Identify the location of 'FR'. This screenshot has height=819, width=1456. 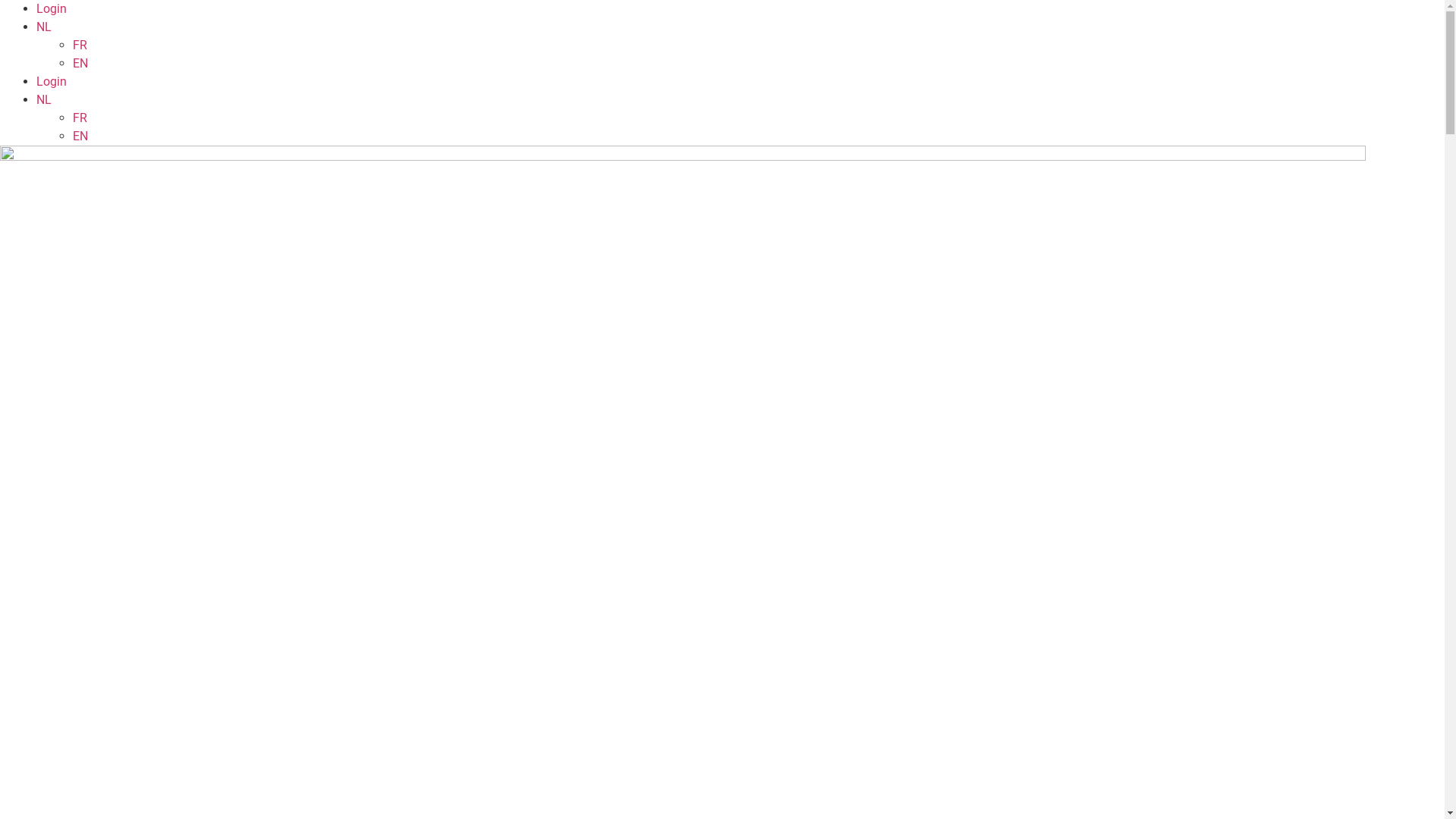
(79, 117).